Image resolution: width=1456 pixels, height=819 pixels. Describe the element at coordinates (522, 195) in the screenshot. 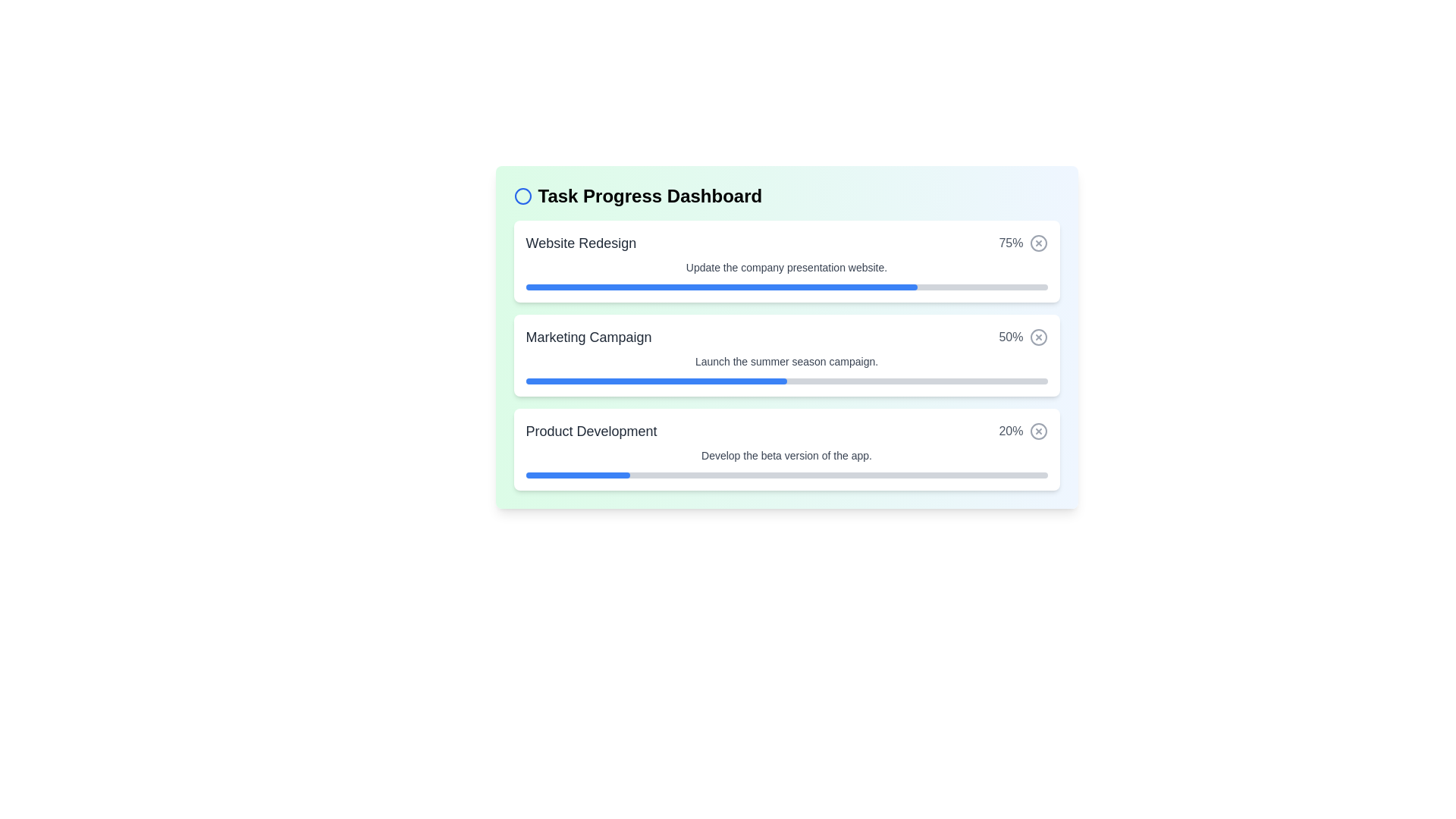

I see `the circular icon with a blue border located in the upper-left region of the interface, near the 'Task Progress Dashboard' title` at that location.